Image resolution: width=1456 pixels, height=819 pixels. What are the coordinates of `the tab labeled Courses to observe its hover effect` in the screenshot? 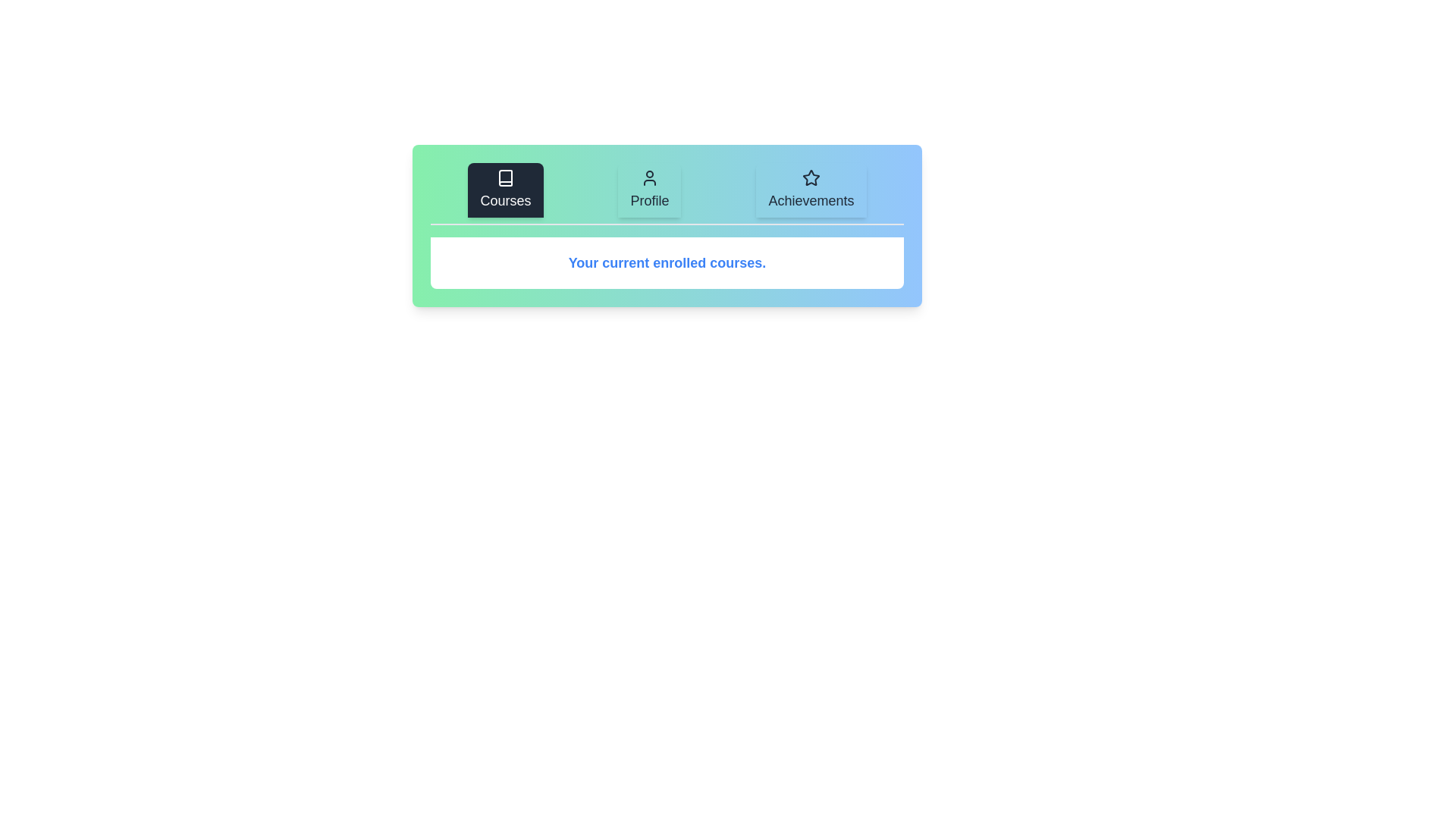 It's located at (506, 189).